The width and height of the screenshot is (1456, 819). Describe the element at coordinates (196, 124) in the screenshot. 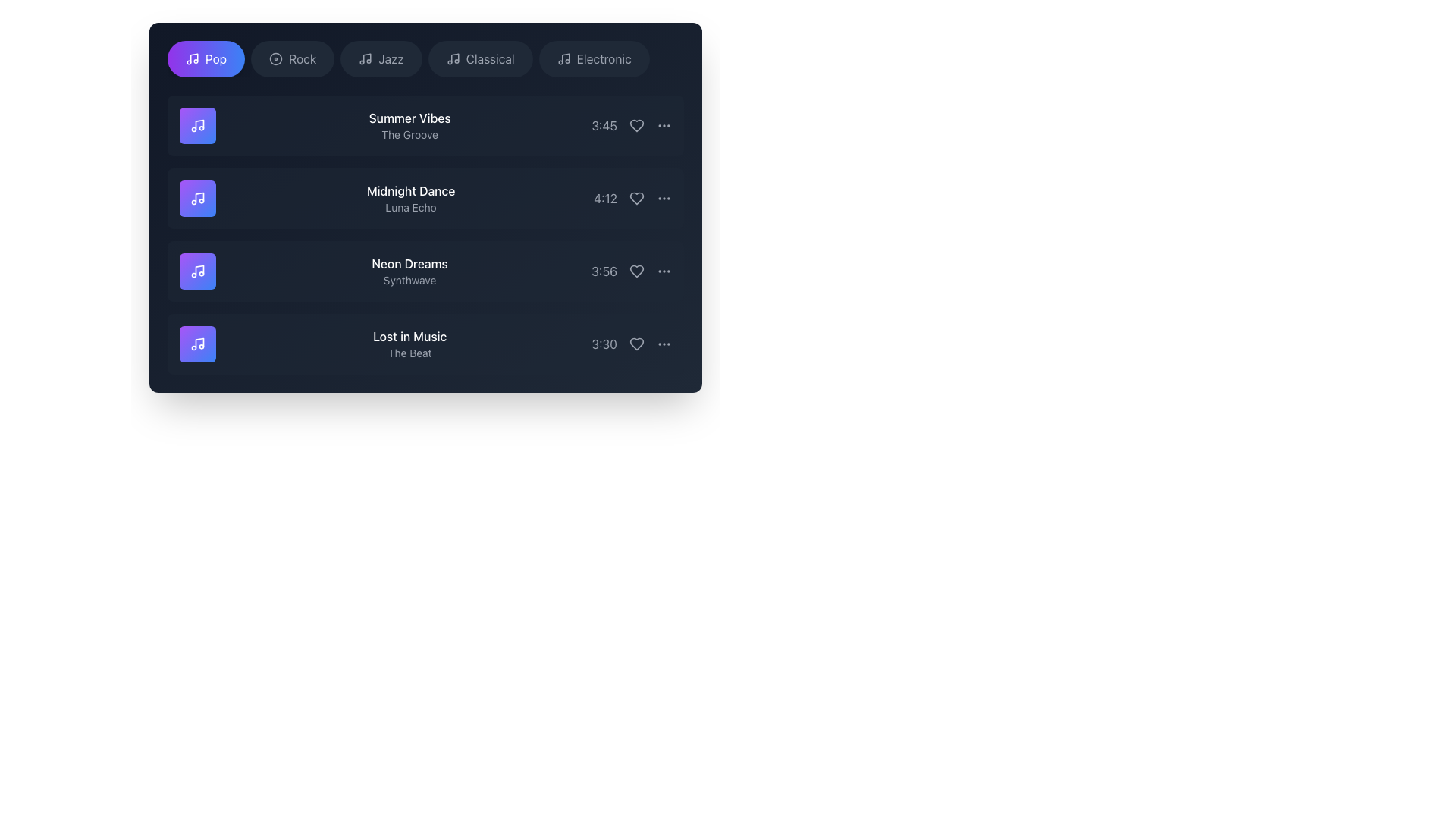

I see `the musical note icon located within the topmost 'Summer Vibes' button in the vertical list` at that location.